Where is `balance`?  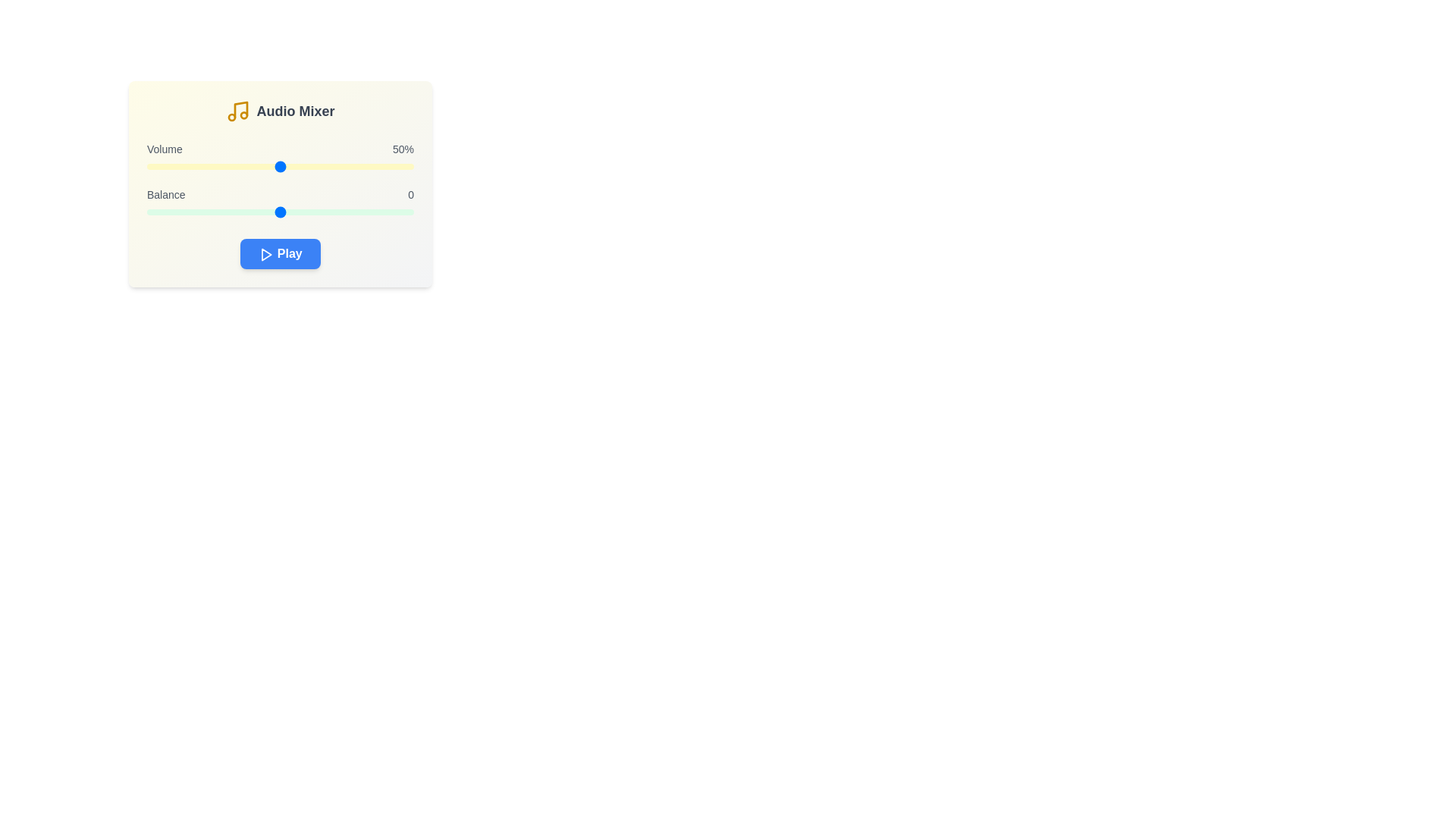
balance is located at coordinates (299, 212).